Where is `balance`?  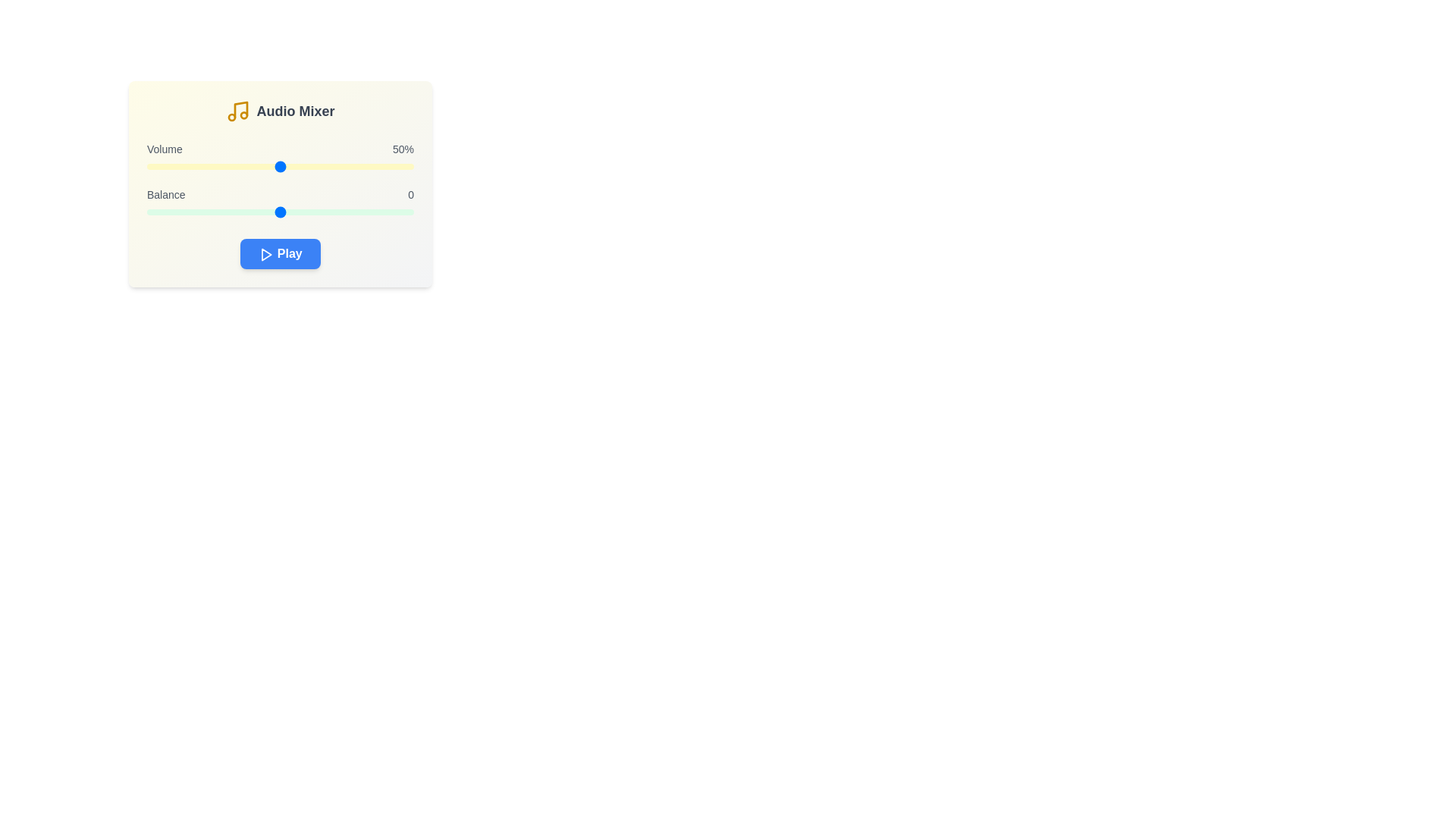
balance is located at coordinates (299, 212).